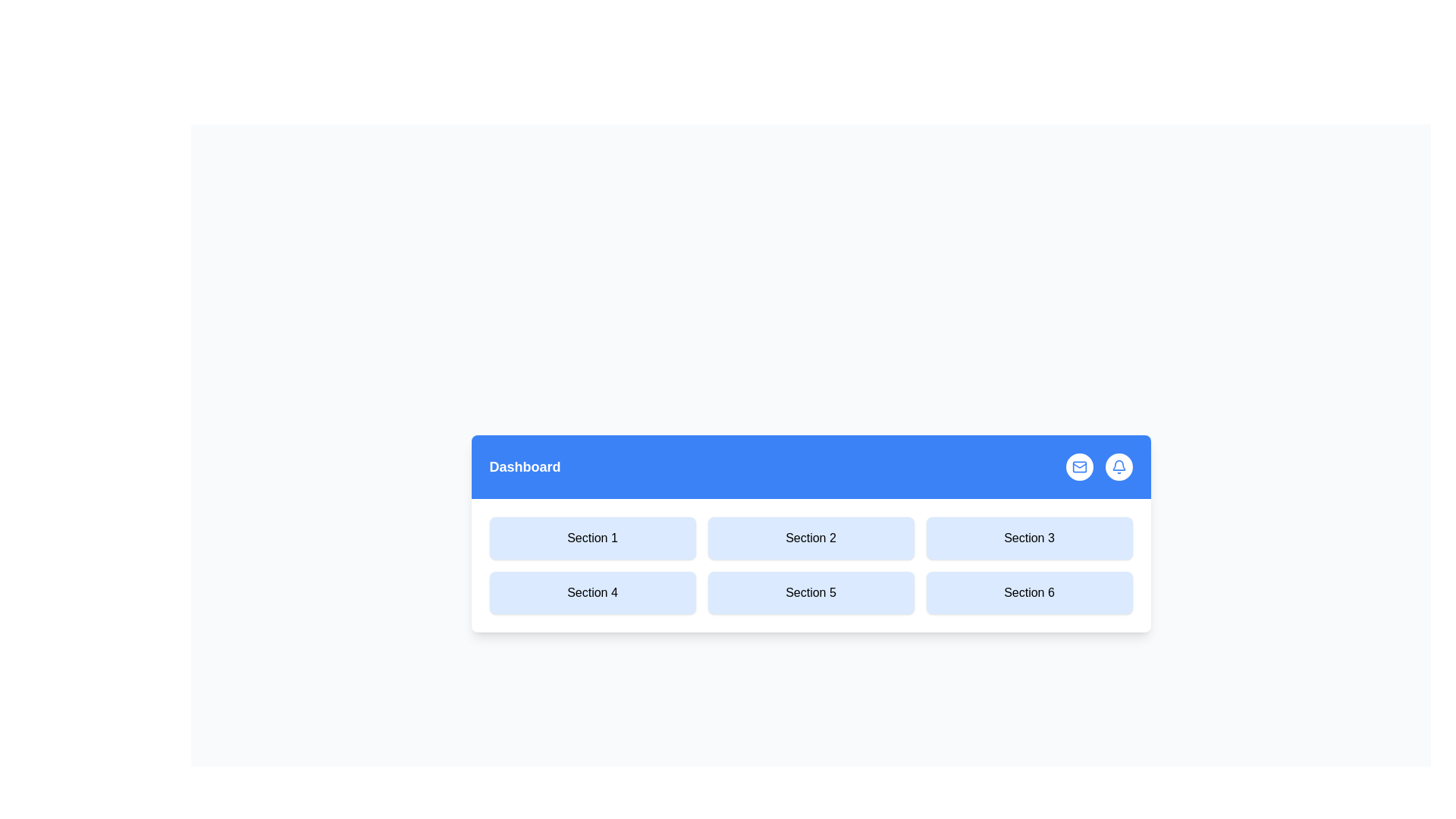 This screenshot has height=819, width=1456. What do you see at coordinates (1029, 537) in the screenshot?
I see `the 'Section 3' button, which is a rectangular button with rounded corners located in the top-right corner of a grid layout of six buttons` at bounding box center [1029, 537].